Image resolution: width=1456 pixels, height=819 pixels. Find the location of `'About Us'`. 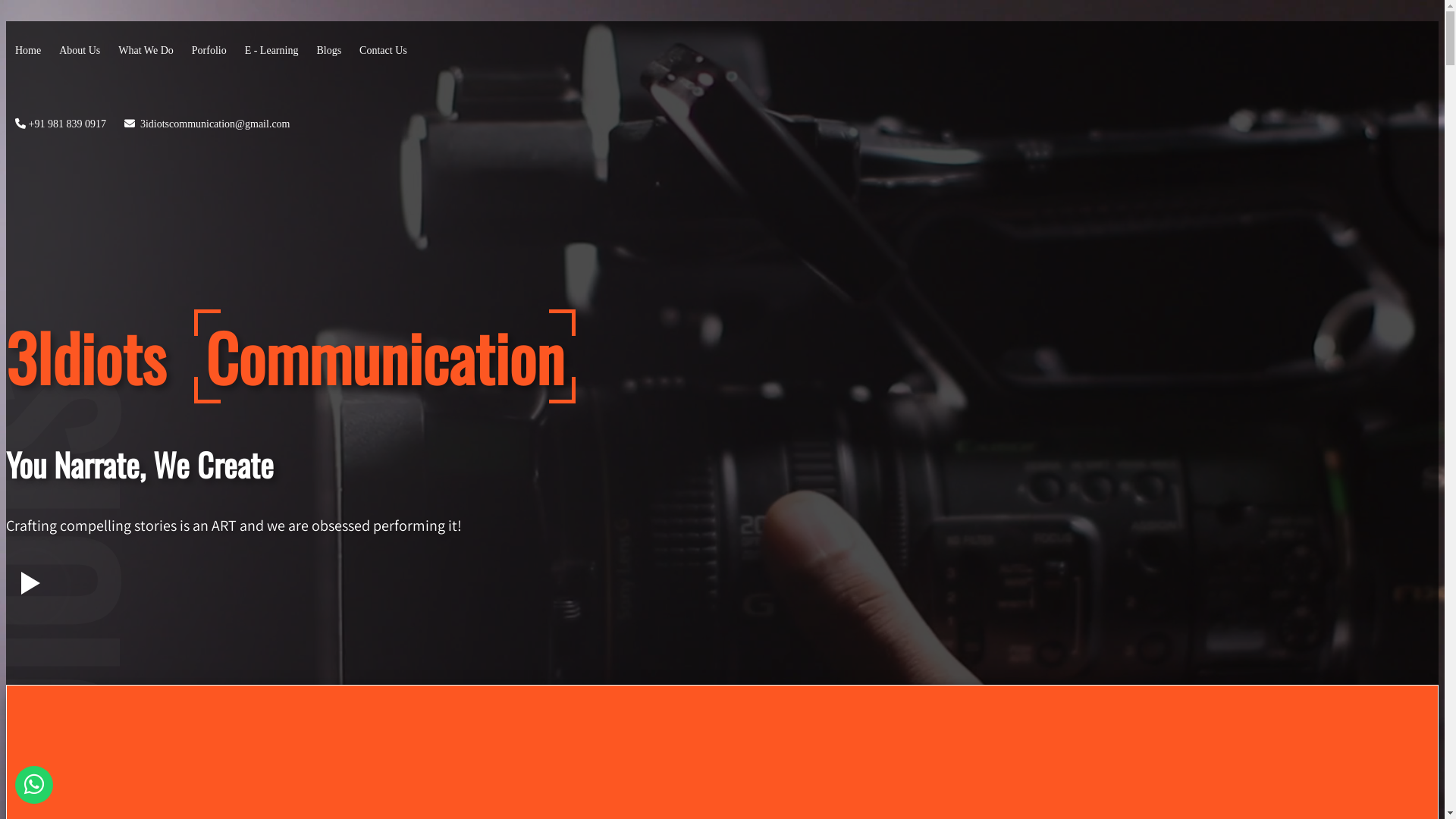

'About Us' is located at coordinates (80, 49).